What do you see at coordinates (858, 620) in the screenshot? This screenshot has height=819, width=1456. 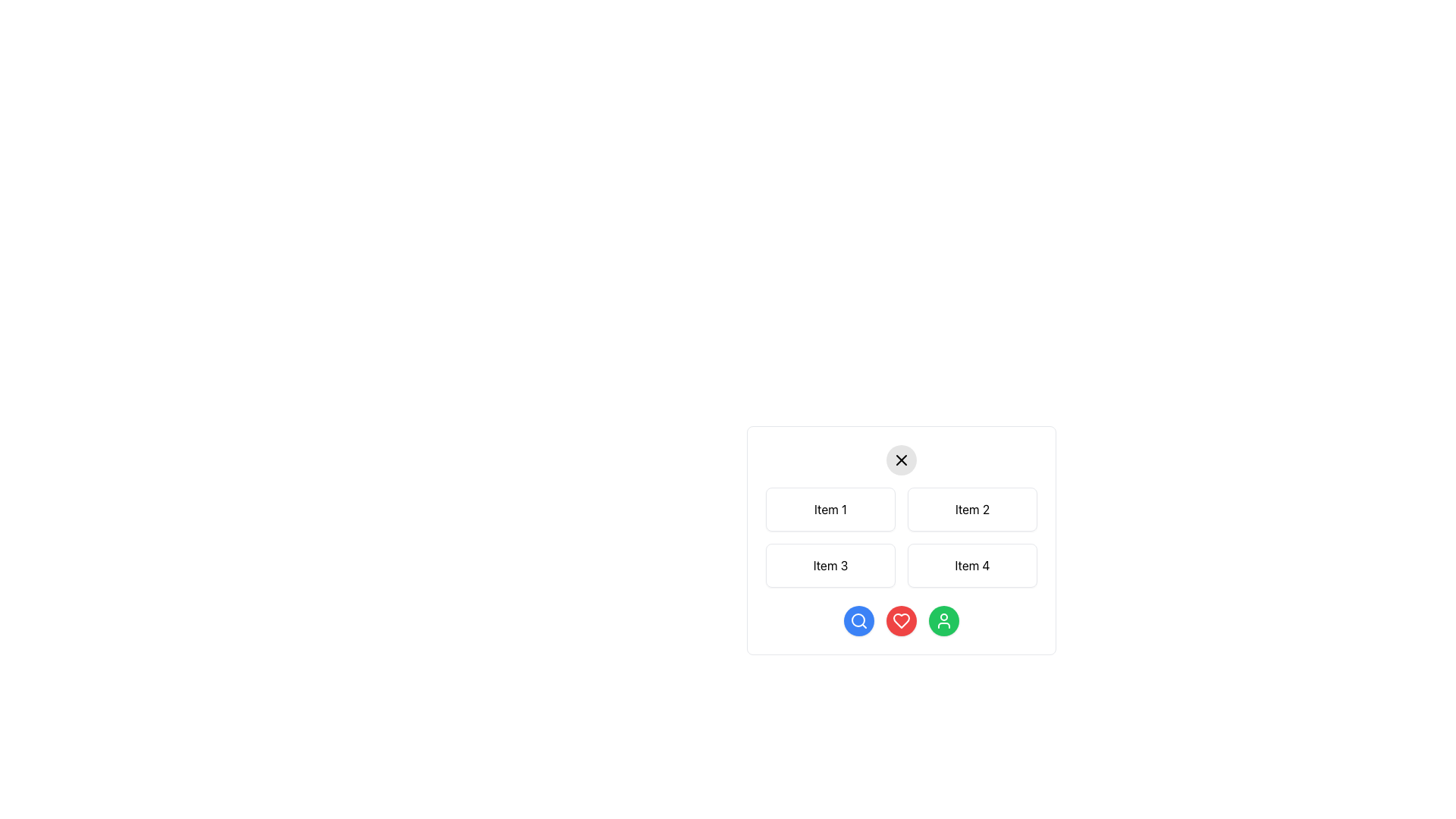 I see `the circular blue search button with a magnifying glass icon, positioned as the first button in a horizontal list at the bottom of the card interface for keyboard navigation` at bounding box center [858, 620].